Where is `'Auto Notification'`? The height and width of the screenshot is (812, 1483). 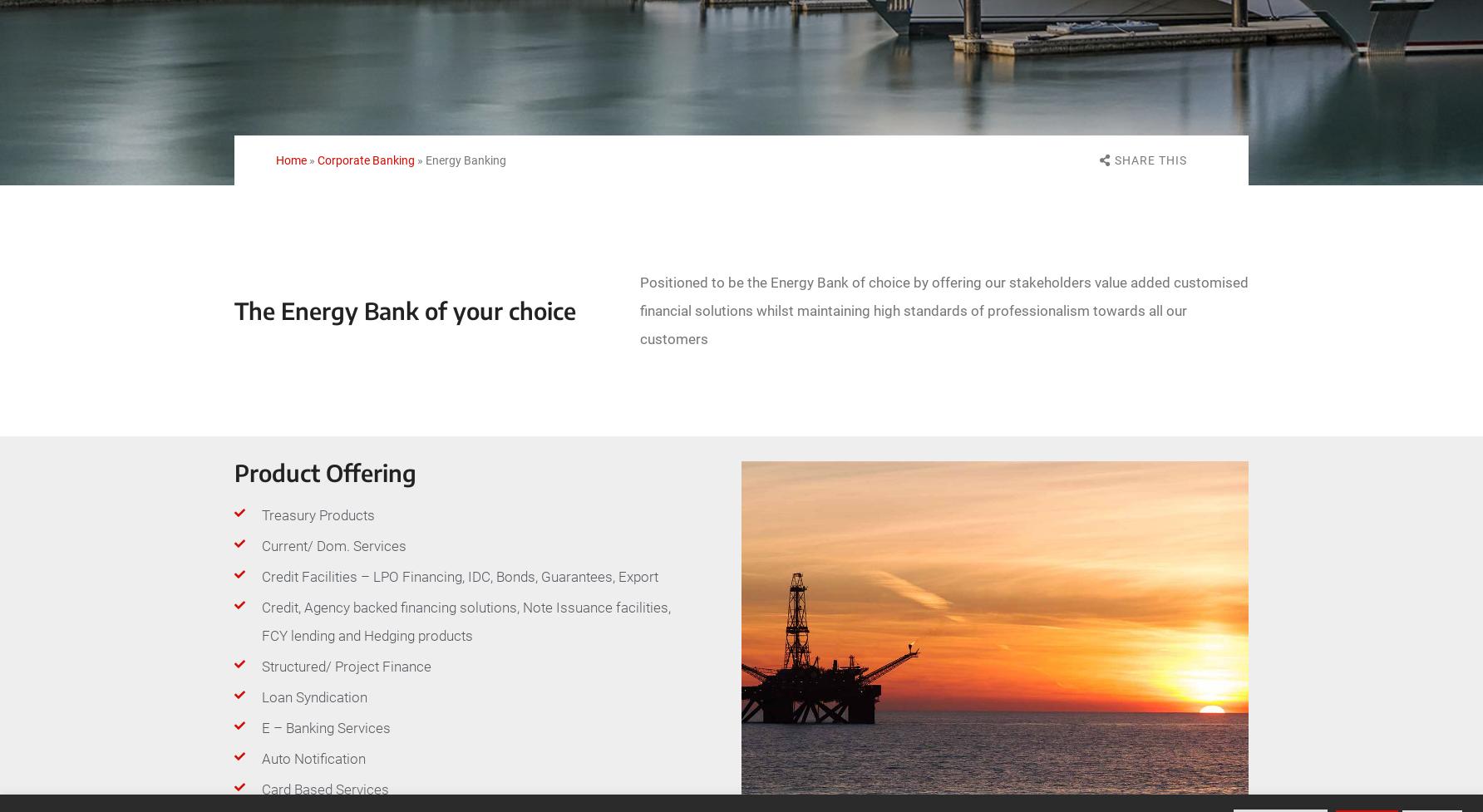
'Auto Notification' is located at coordinates (262, 758).